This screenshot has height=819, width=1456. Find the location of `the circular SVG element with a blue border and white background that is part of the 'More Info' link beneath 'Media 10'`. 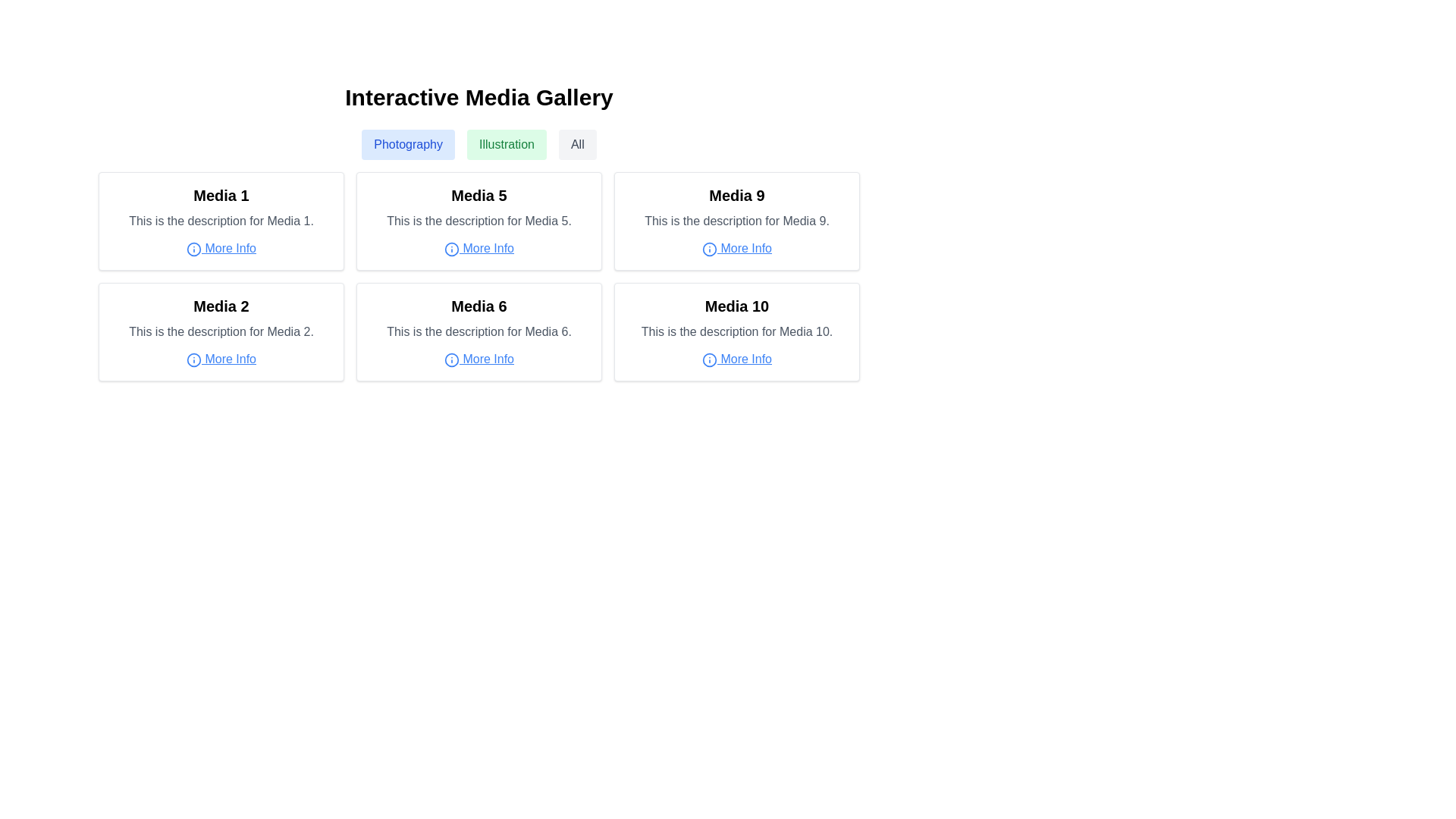

the circular SVG element with a blue border and white background that is part of the 'More Info' link beneath 'Media 10' is located at coordinates (709, 359).